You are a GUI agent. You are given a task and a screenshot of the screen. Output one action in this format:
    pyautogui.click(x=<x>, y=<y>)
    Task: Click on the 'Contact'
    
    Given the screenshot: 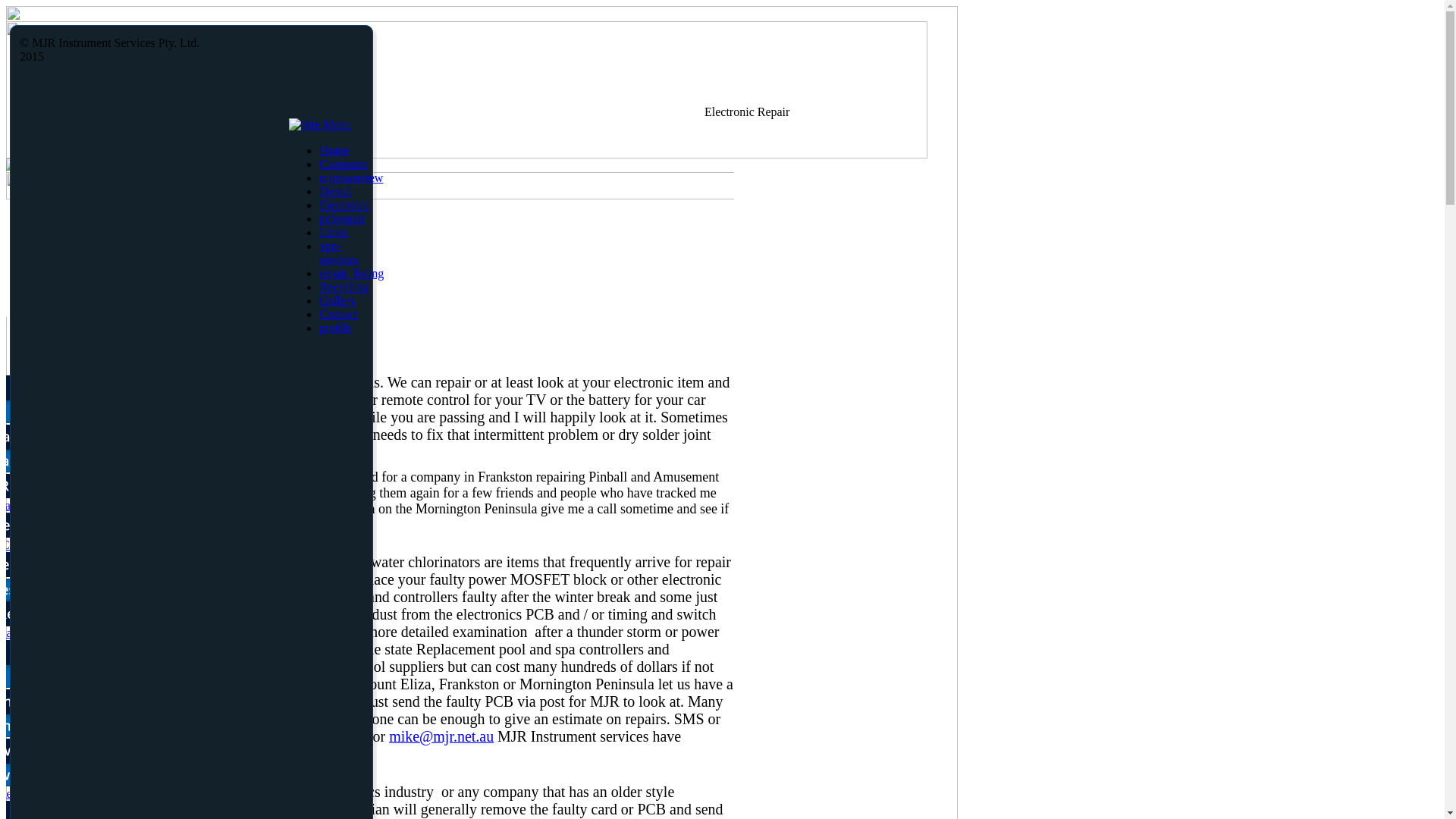 What is the action you would take?
    pyautogui.click(x=318, y=313)
    